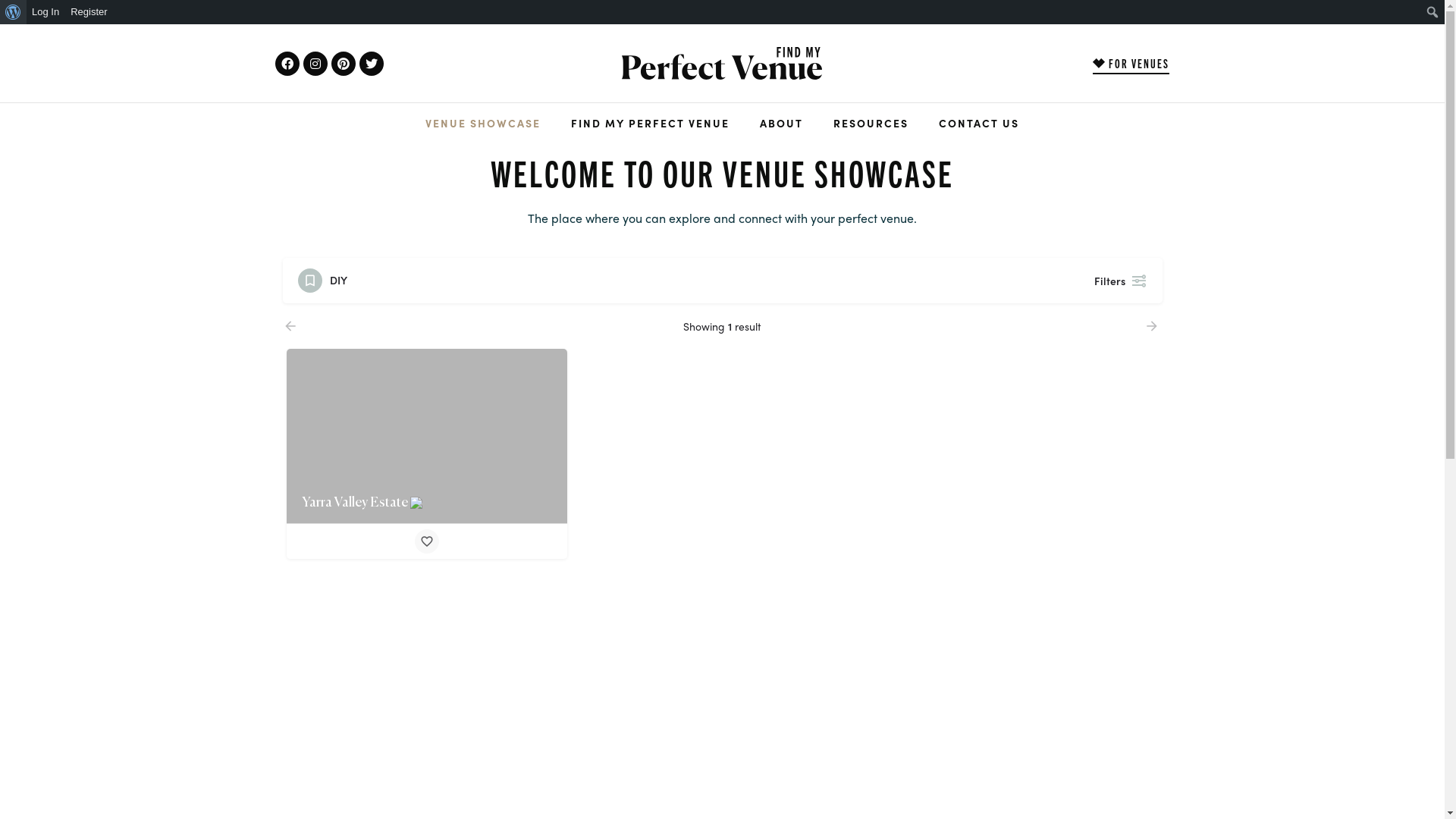 The width and height of the screenshot is (1456, 819). What do you see at coordinates (781, 122) in the screenshot?
I see `'ABOUT'` at bounding box center [781, 122].